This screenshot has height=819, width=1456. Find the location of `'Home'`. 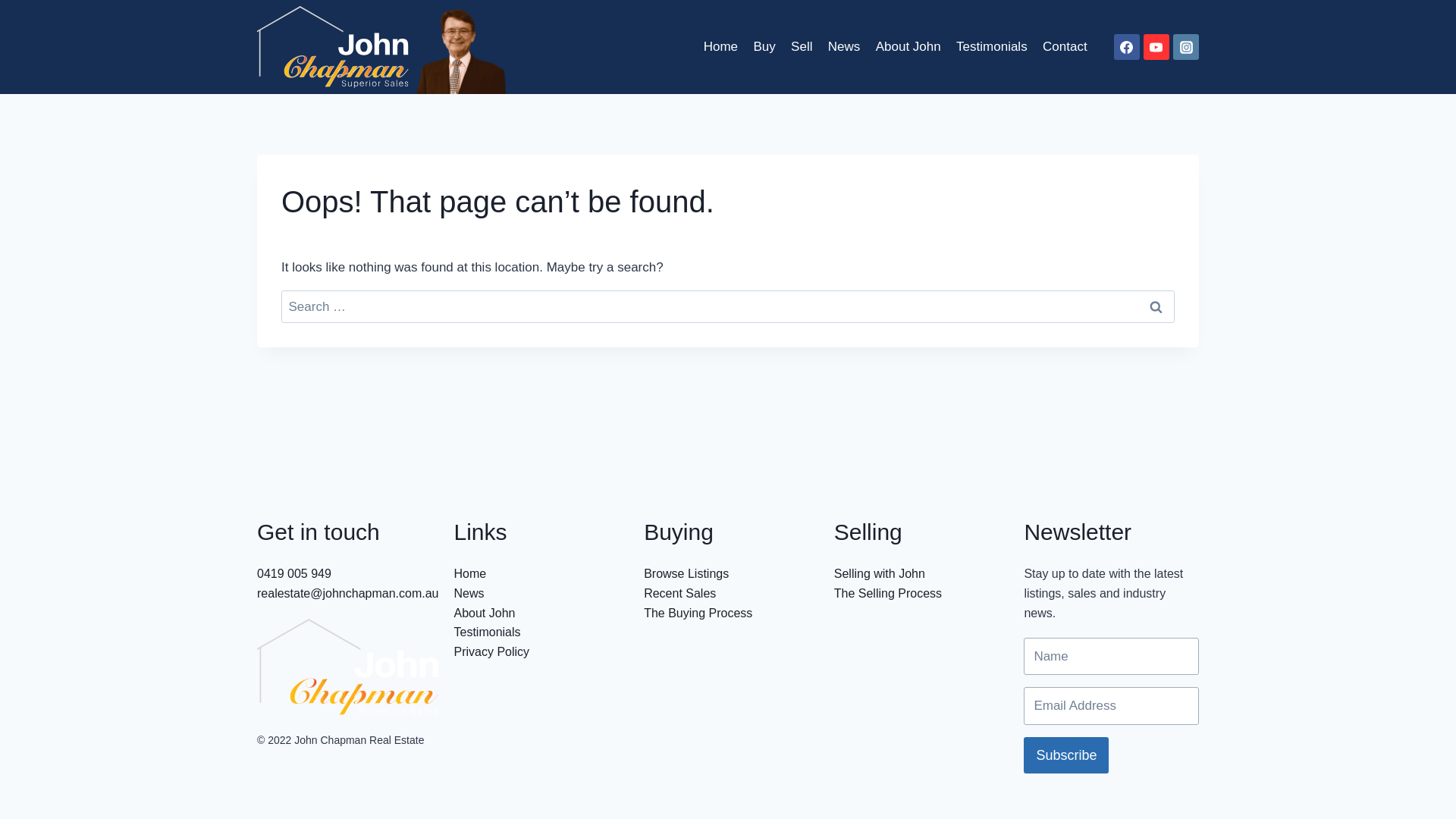

'Home' is located at coordinates (720, 45).